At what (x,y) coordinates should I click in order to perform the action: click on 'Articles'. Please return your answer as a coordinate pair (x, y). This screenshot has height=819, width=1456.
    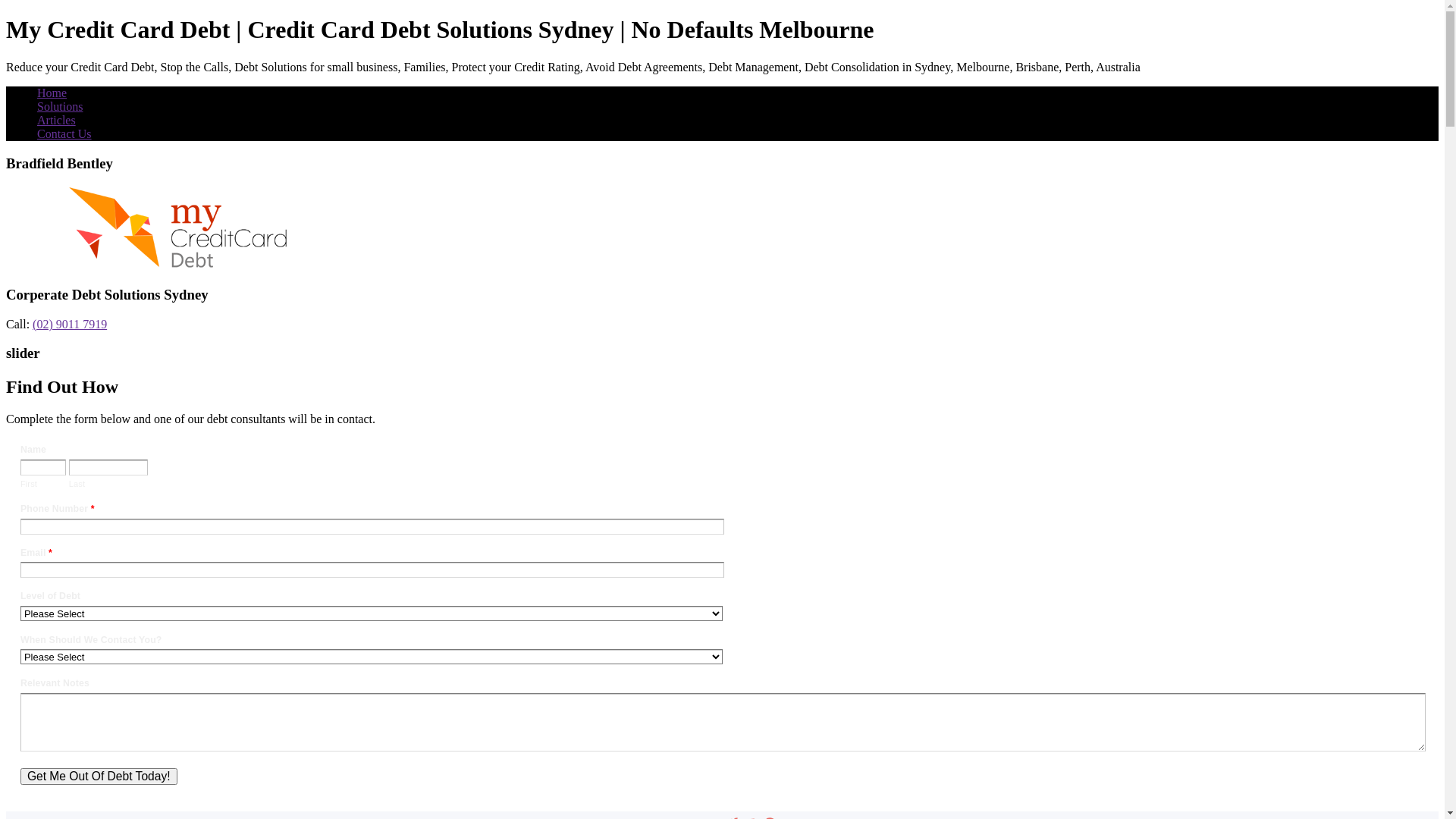
    Looking at the image, I should click on (56, 119).